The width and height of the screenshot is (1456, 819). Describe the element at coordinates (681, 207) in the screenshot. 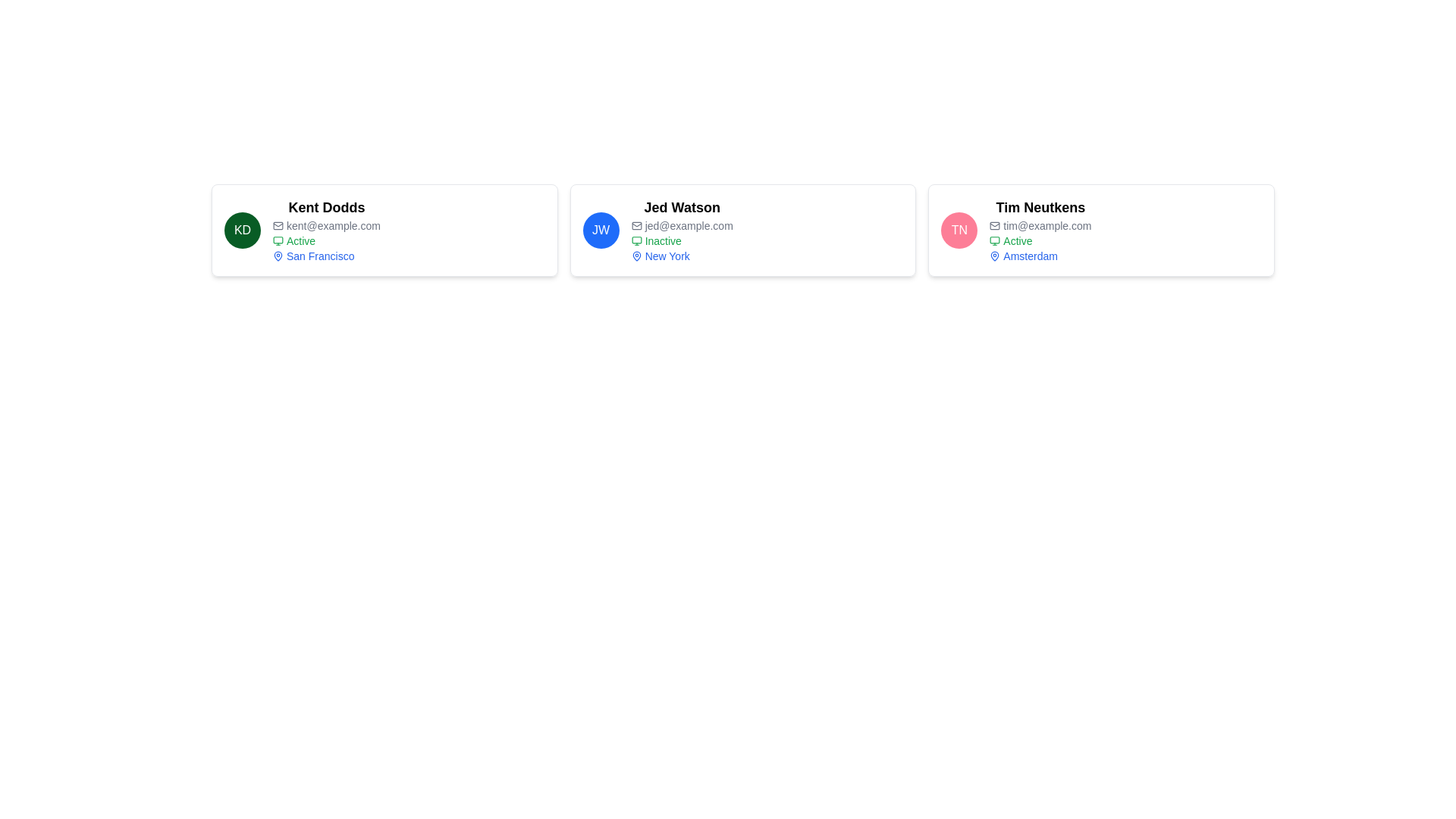

I see `name displayed in the text label located at the top of the second profile card, which serves as an identifier for the individual represented by the card` at that location.